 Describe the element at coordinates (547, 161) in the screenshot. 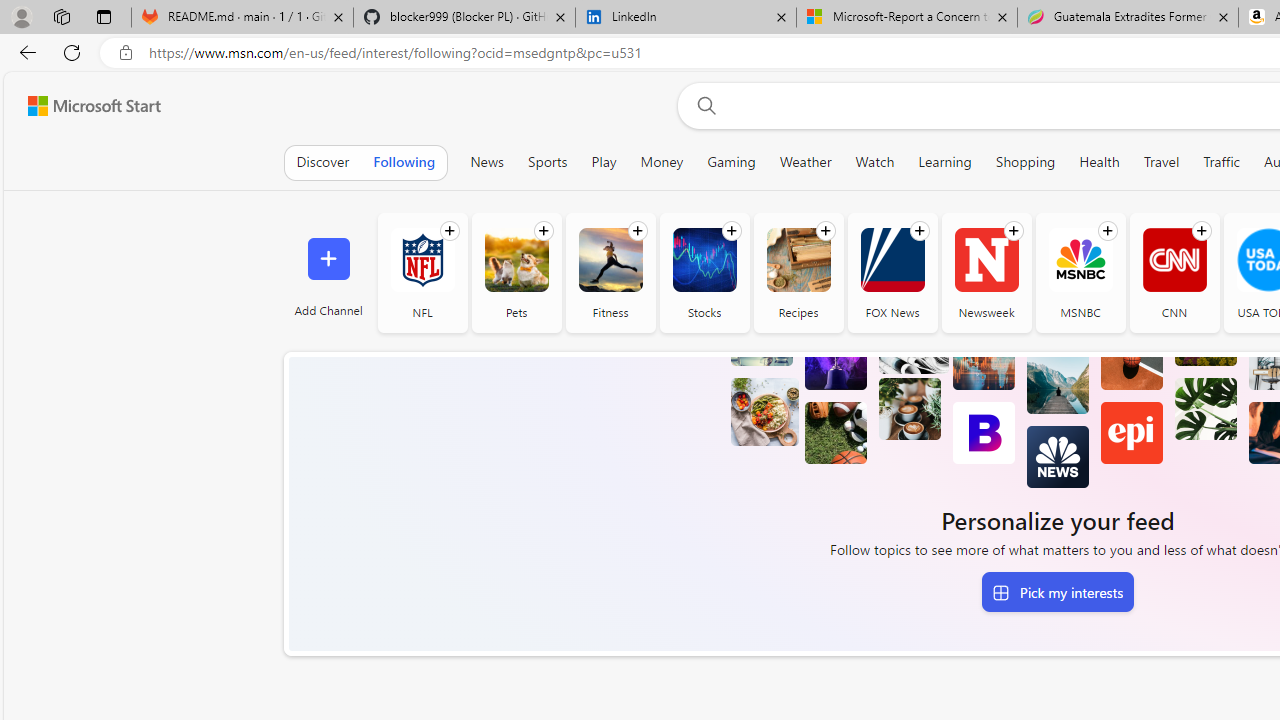

I see `'Sports'` at that location.